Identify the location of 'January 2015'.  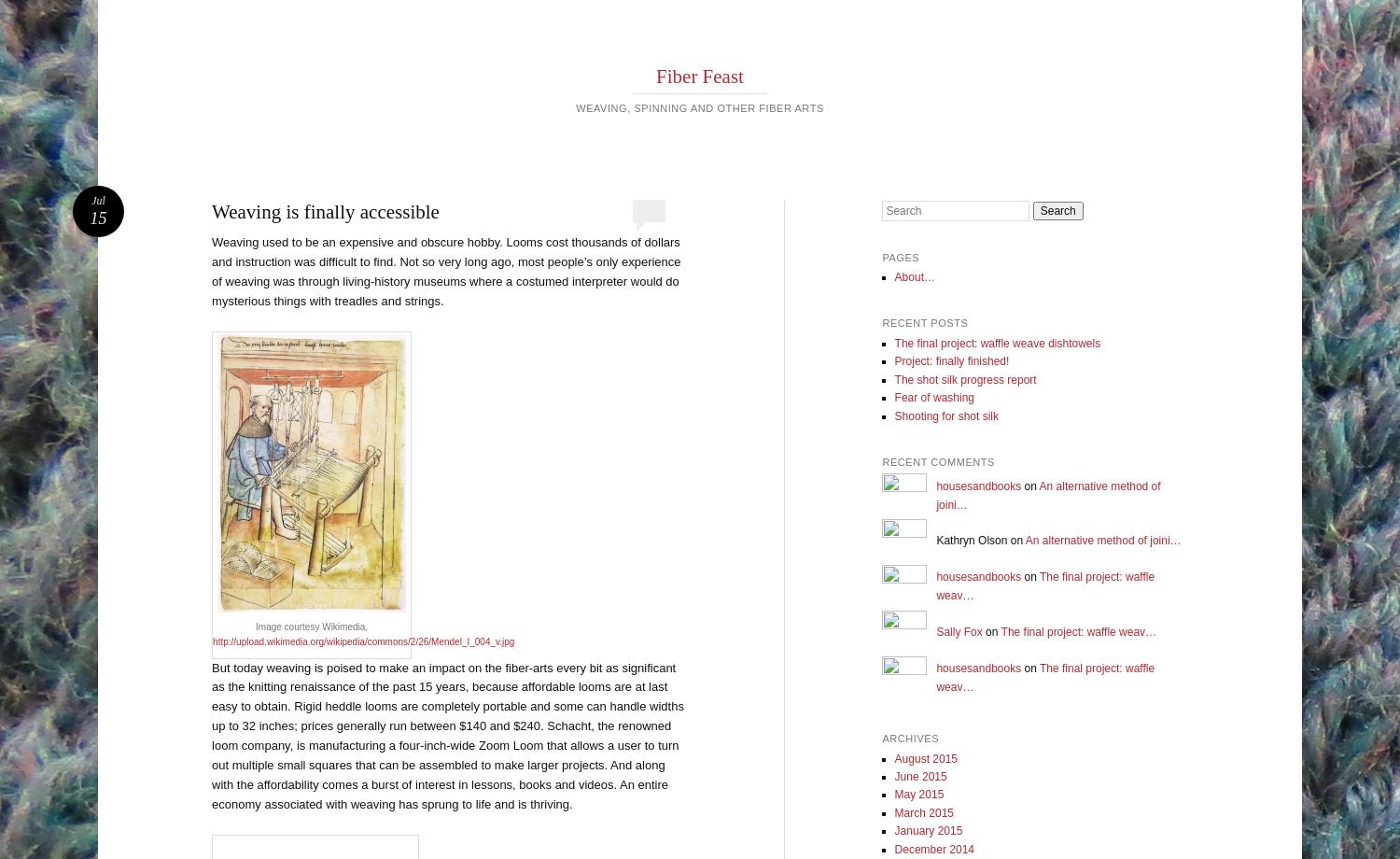
(893, 830).